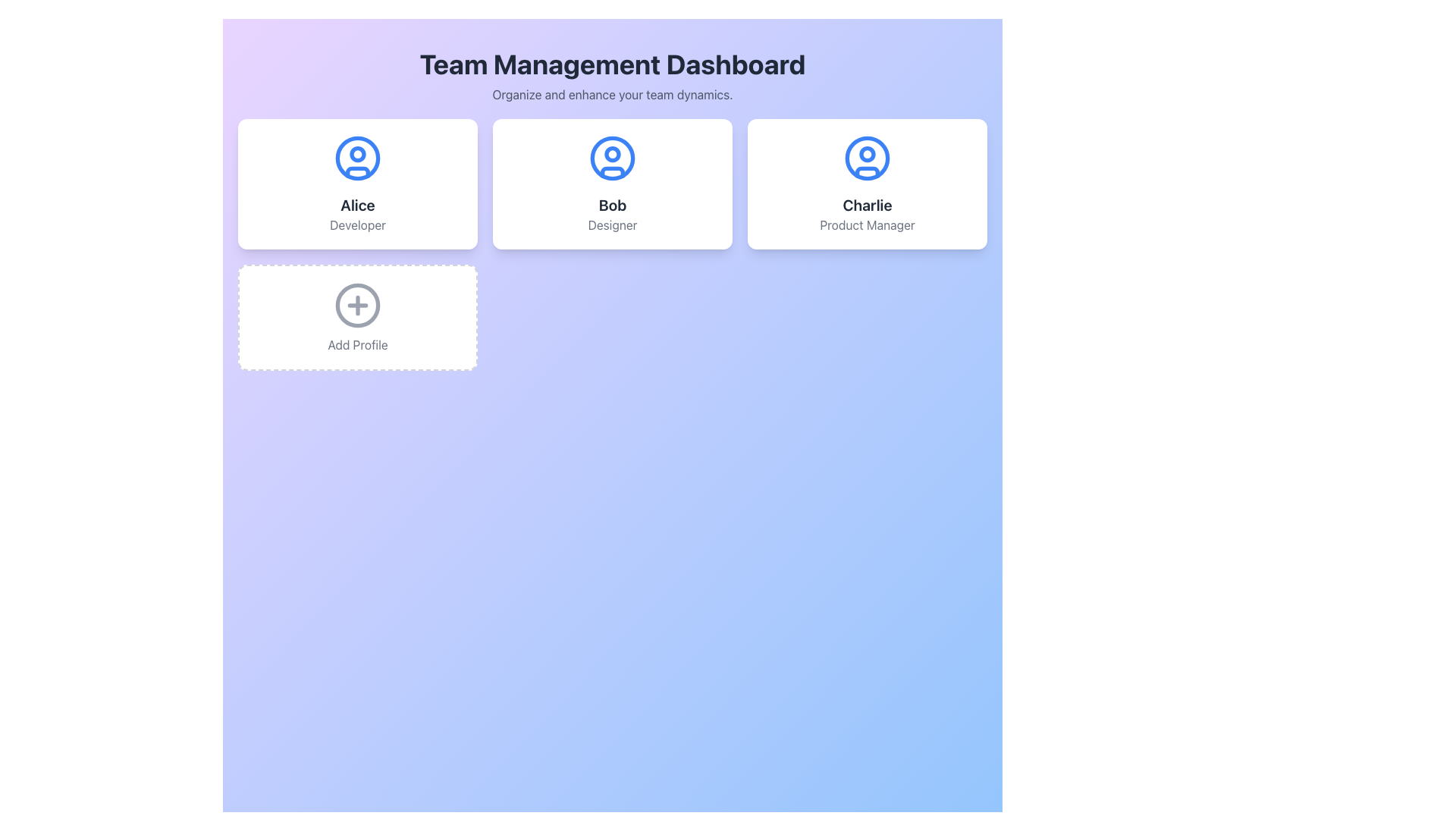 The width and height of the screenshot is (1456, 819). What do you see at coordinates (356, 305) in the screenshot?
I see `the circular graphical element within the 'Add Profile' card, which features a gray stroke and a centered cross resembling a plus symbol` at bounding box center [356, 305].